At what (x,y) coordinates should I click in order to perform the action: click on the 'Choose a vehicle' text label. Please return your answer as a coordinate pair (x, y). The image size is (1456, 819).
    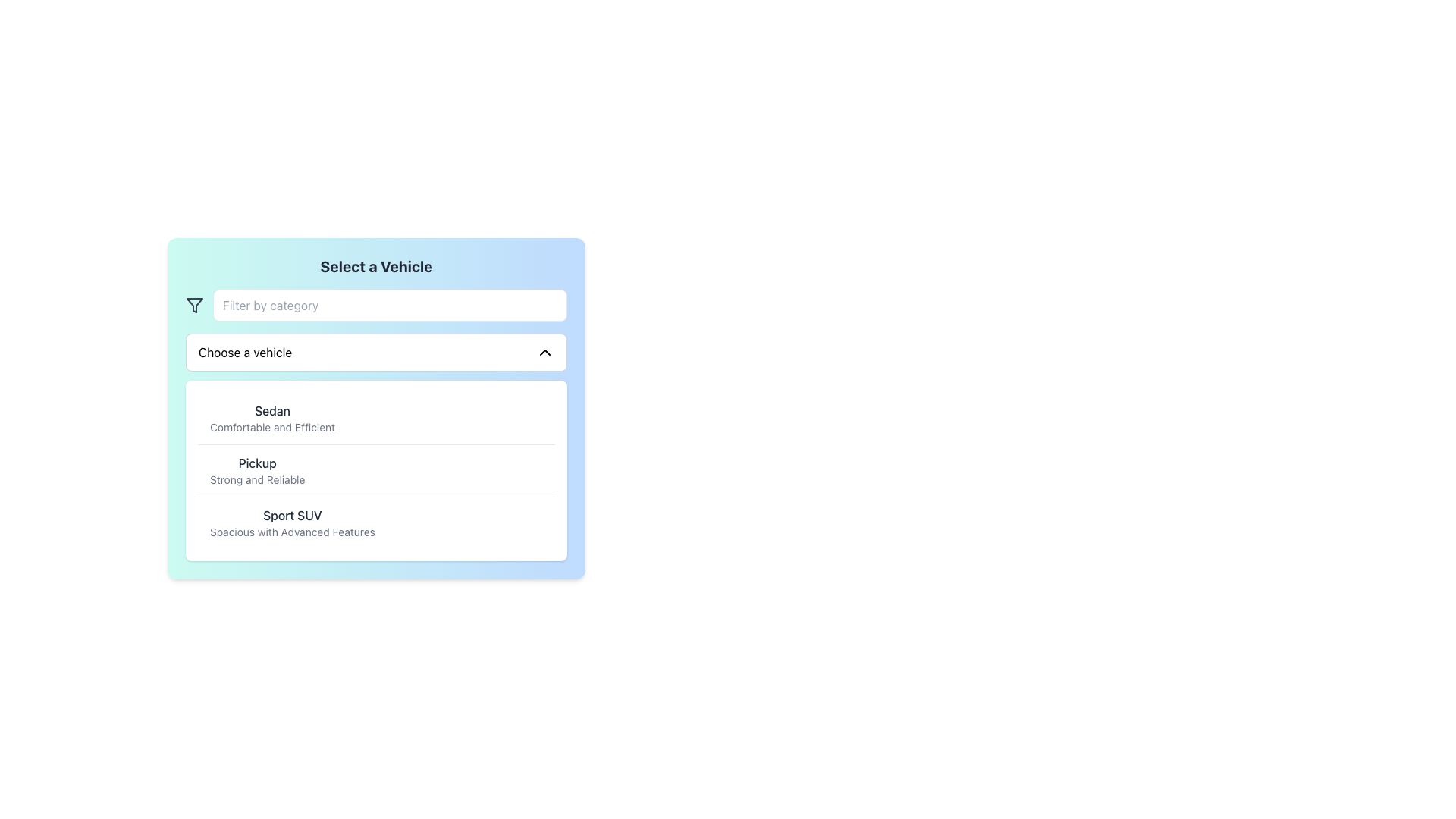
    Looking at the image, I should click on (245, 353).